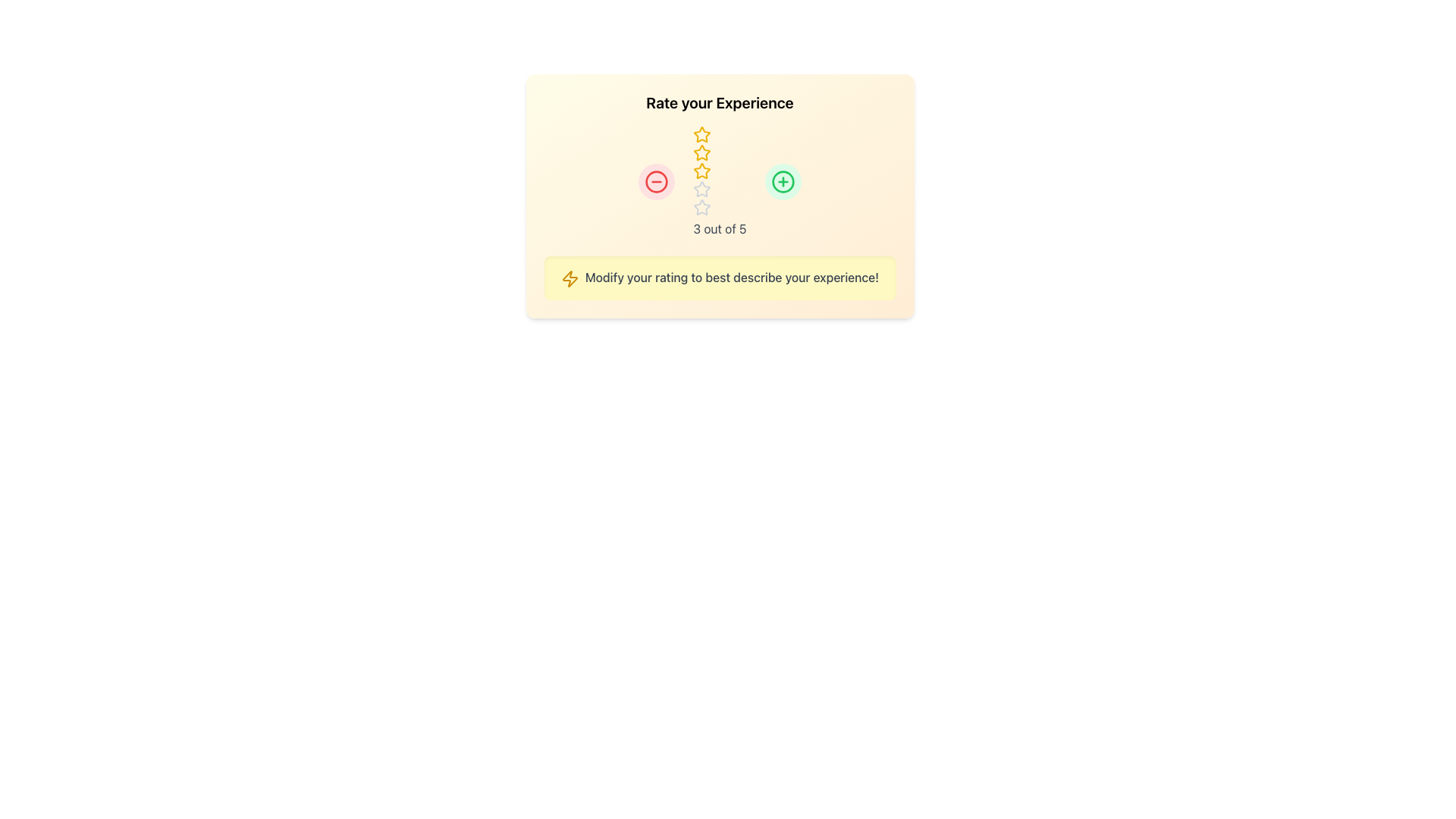 This screenshot has height=819, width=1456. I want to click on the third star icon in the rating system, which indicates a score of 3 out of 5, located below the heading 'Rate your Experience', so click(701, 152).